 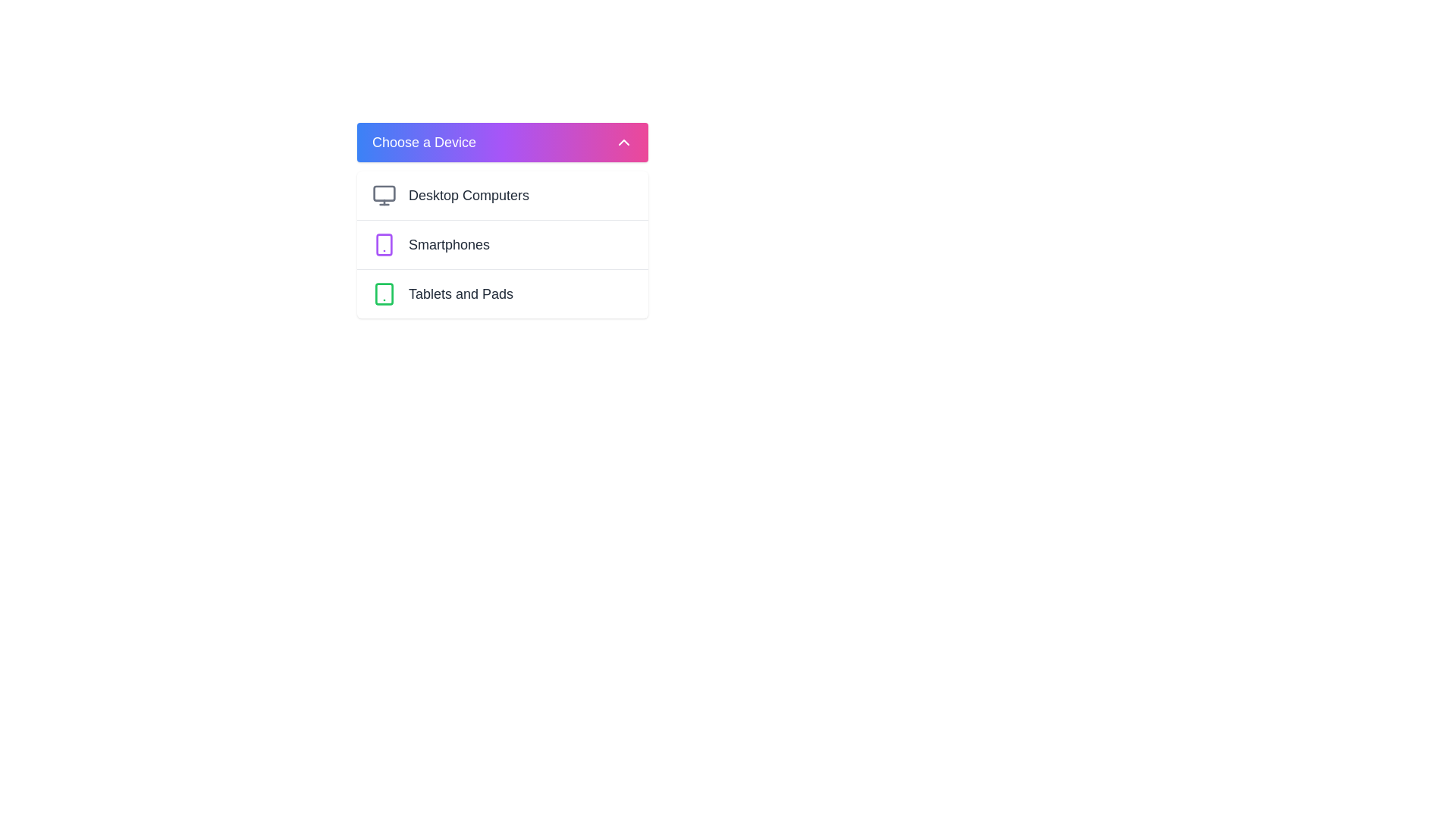 What do you see at coordinates (384, 195) in the screenshot?
I see `the monitor-shaped icon located to the left of the 'Desktop Computers' option in the vertical list of device categories` at bounding box center [384, 195].